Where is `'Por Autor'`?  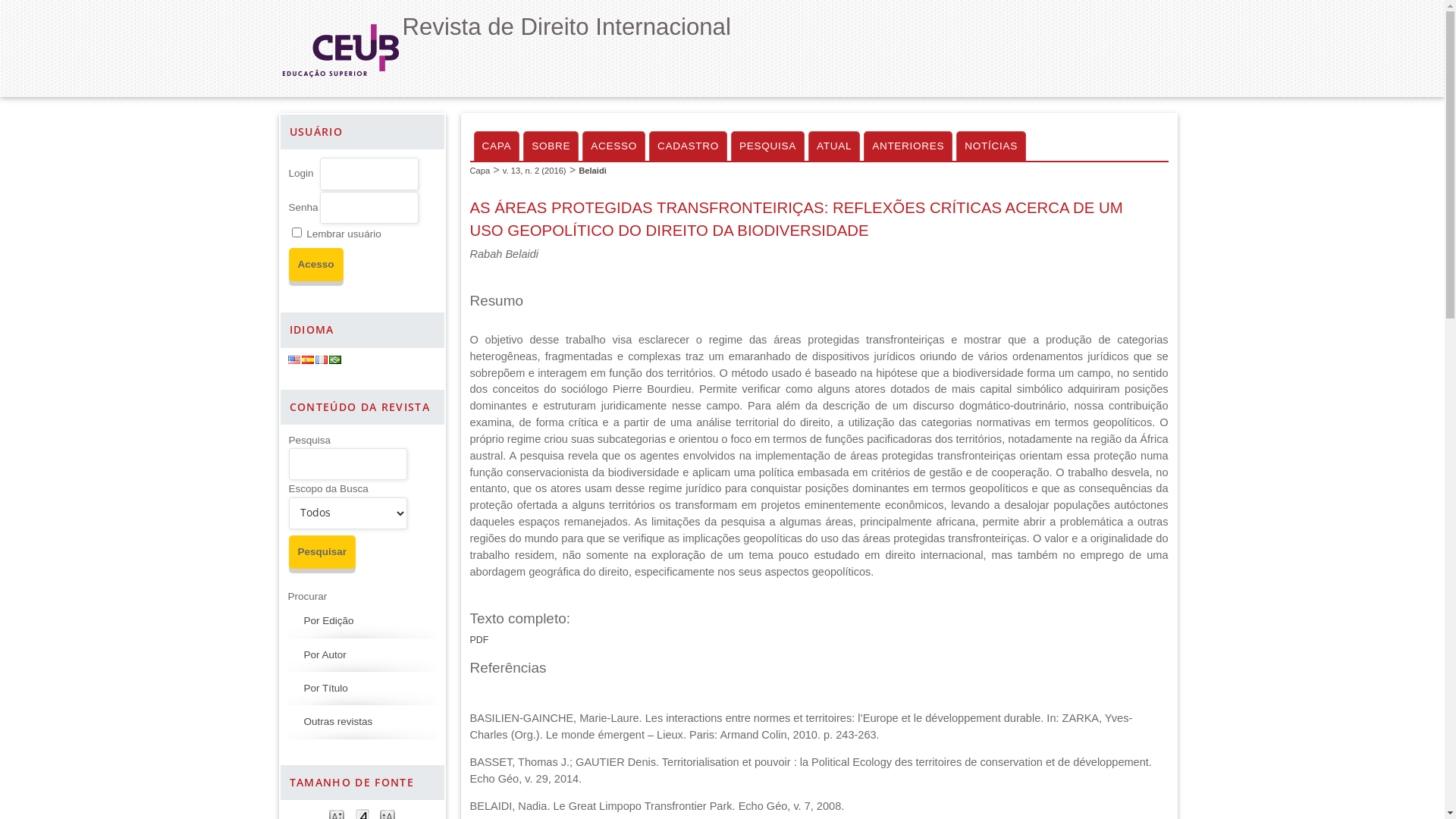
'Por Autor' is located at coordinates (323, 654).